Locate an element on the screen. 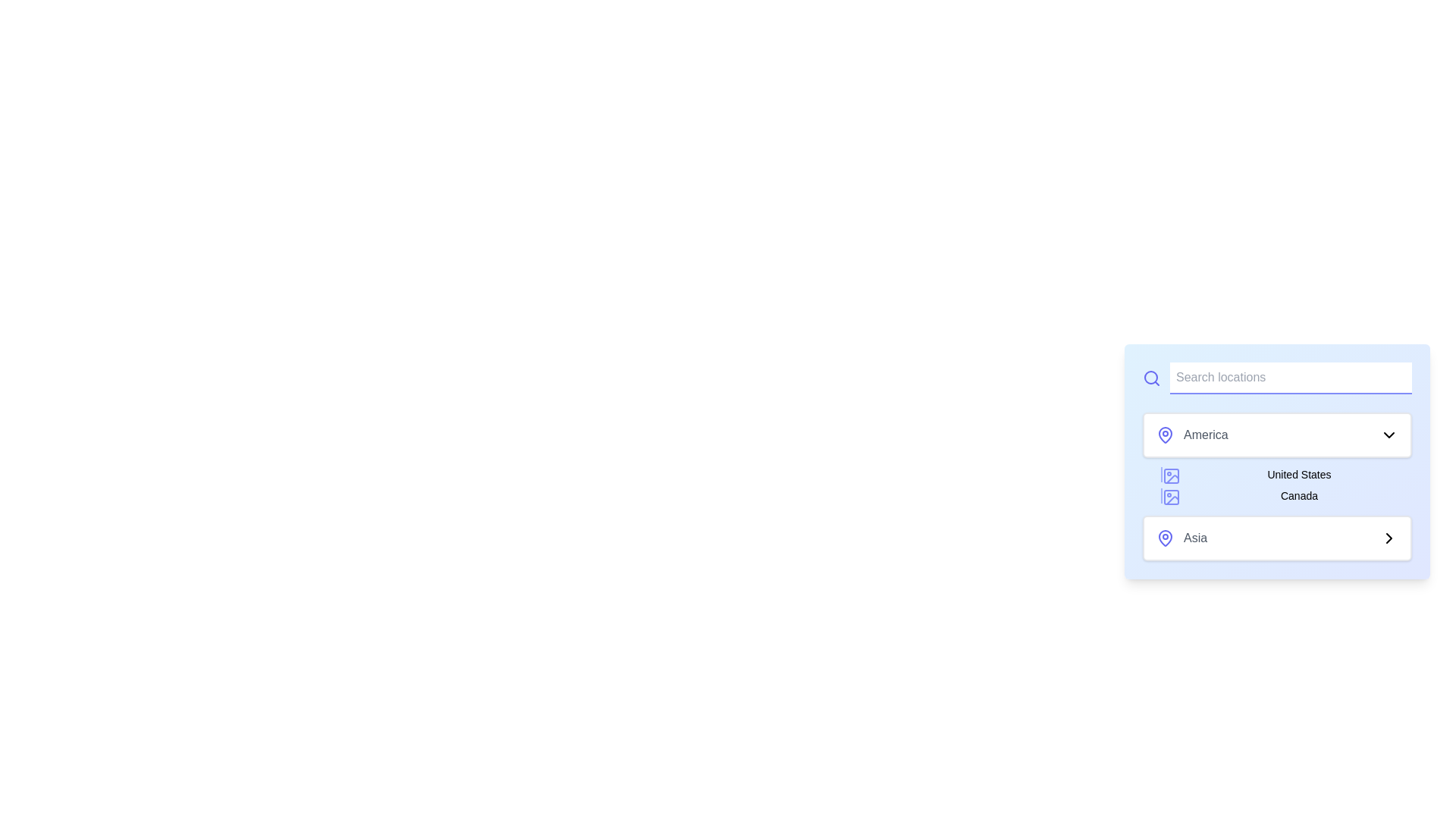 The image size is (1456, 819). the search icon located inside the search bar, which visually indicates search capability with a circle and line representing a magnifying glass is located at coordinates (1150, 376).